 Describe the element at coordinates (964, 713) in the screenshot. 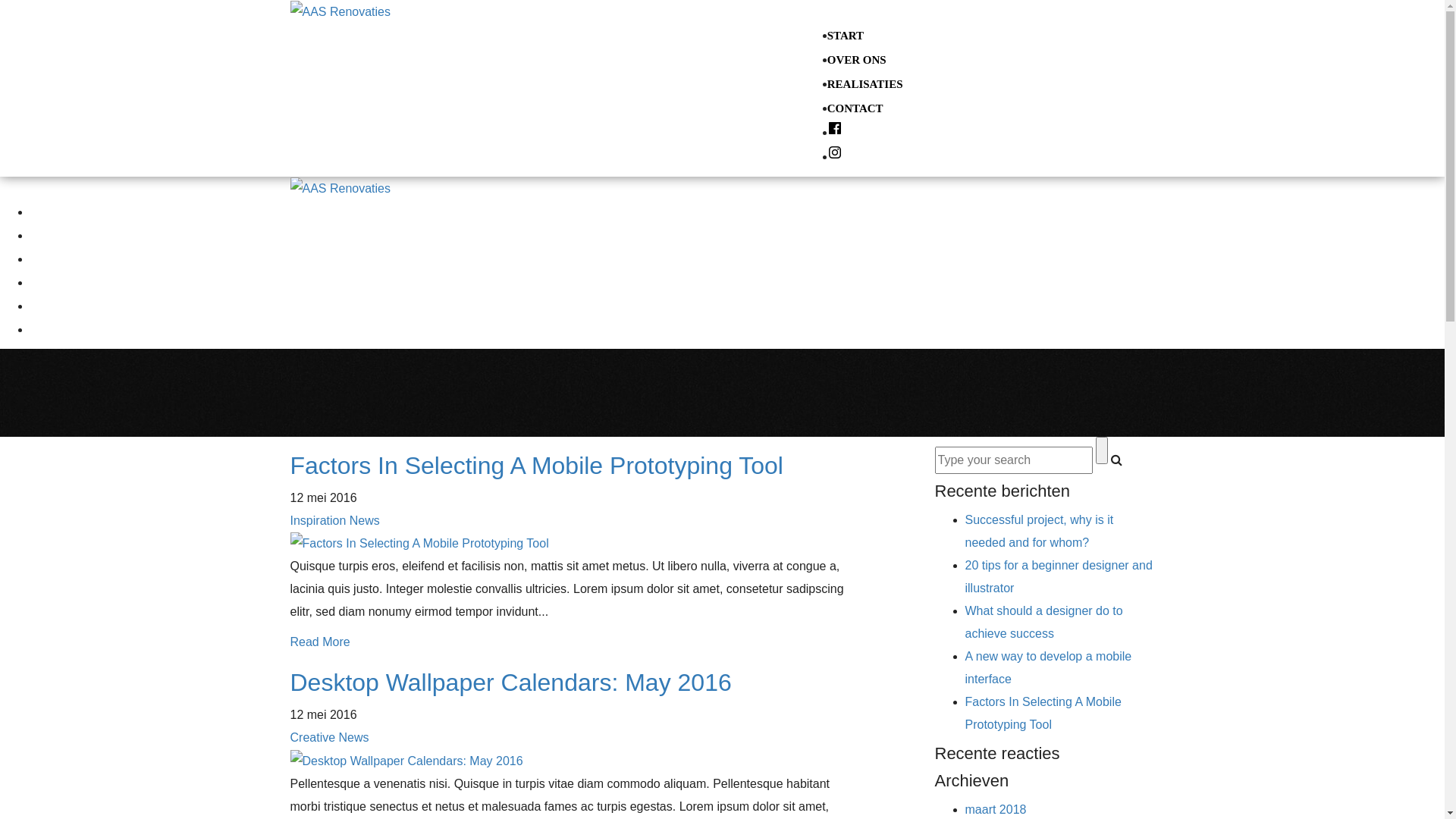

I see `'Factors In Selecting A Mobile Prototyping Tool'` at that location.